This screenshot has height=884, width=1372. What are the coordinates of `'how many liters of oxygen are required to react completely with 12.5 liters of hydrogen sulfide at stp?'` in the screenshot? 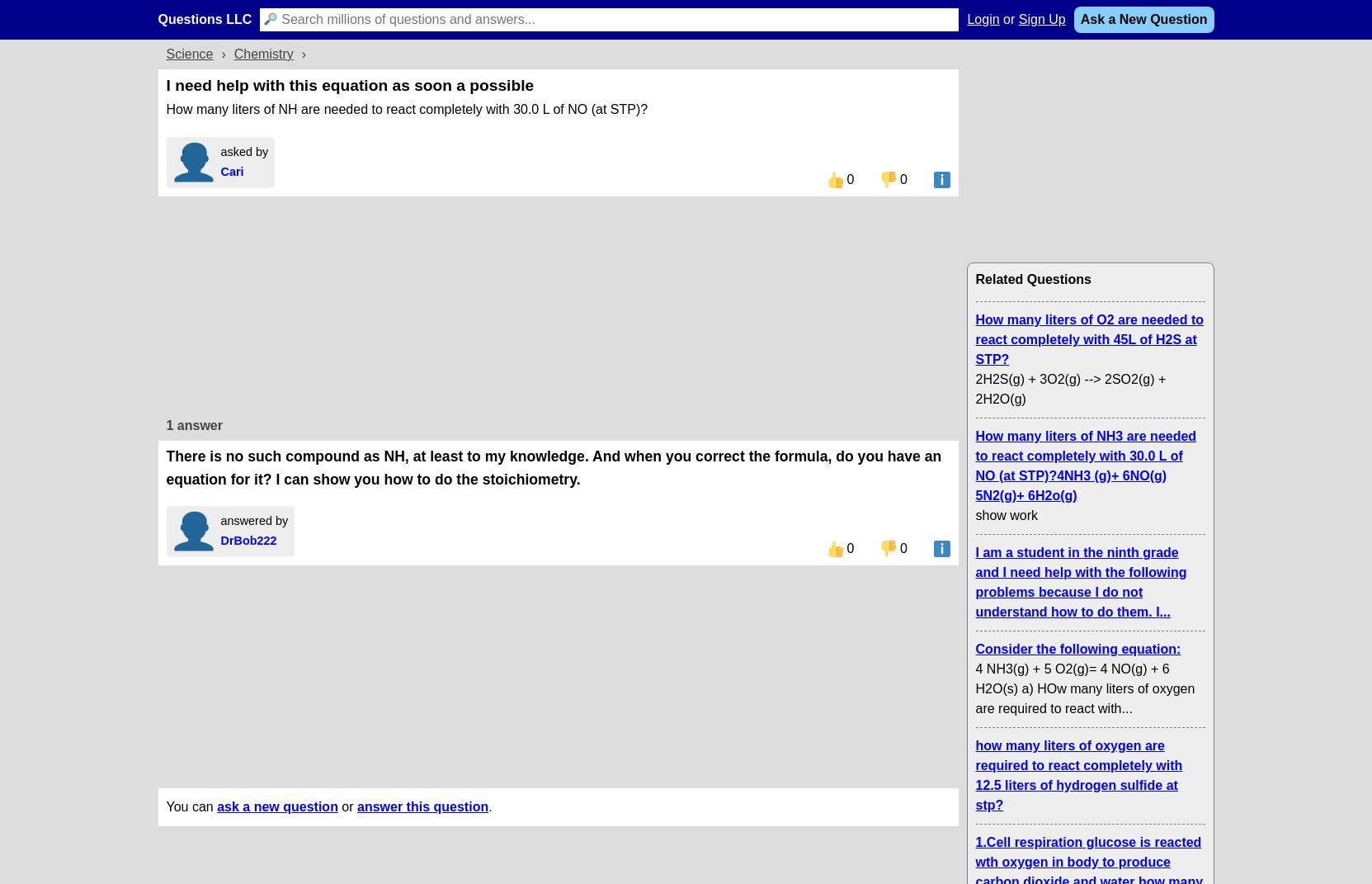 It's located at (1078, 774).